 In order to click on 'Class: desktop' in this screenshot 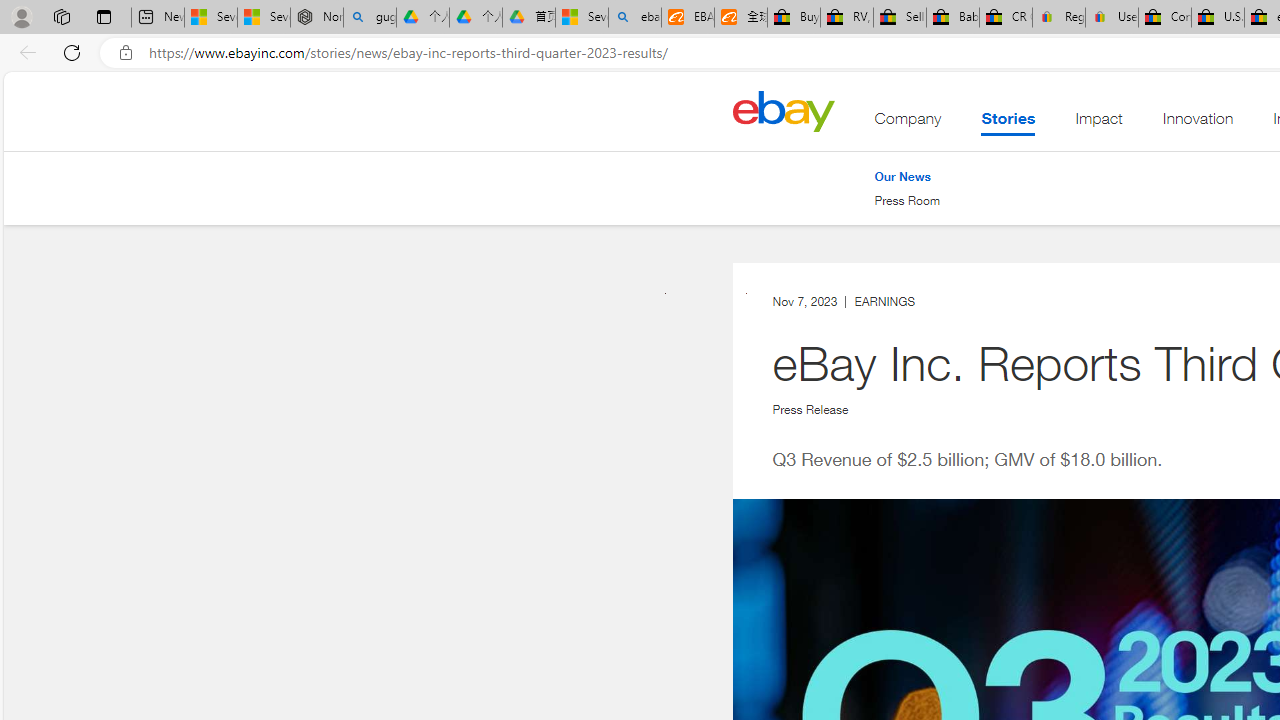, I will do `click(782, 111)`.